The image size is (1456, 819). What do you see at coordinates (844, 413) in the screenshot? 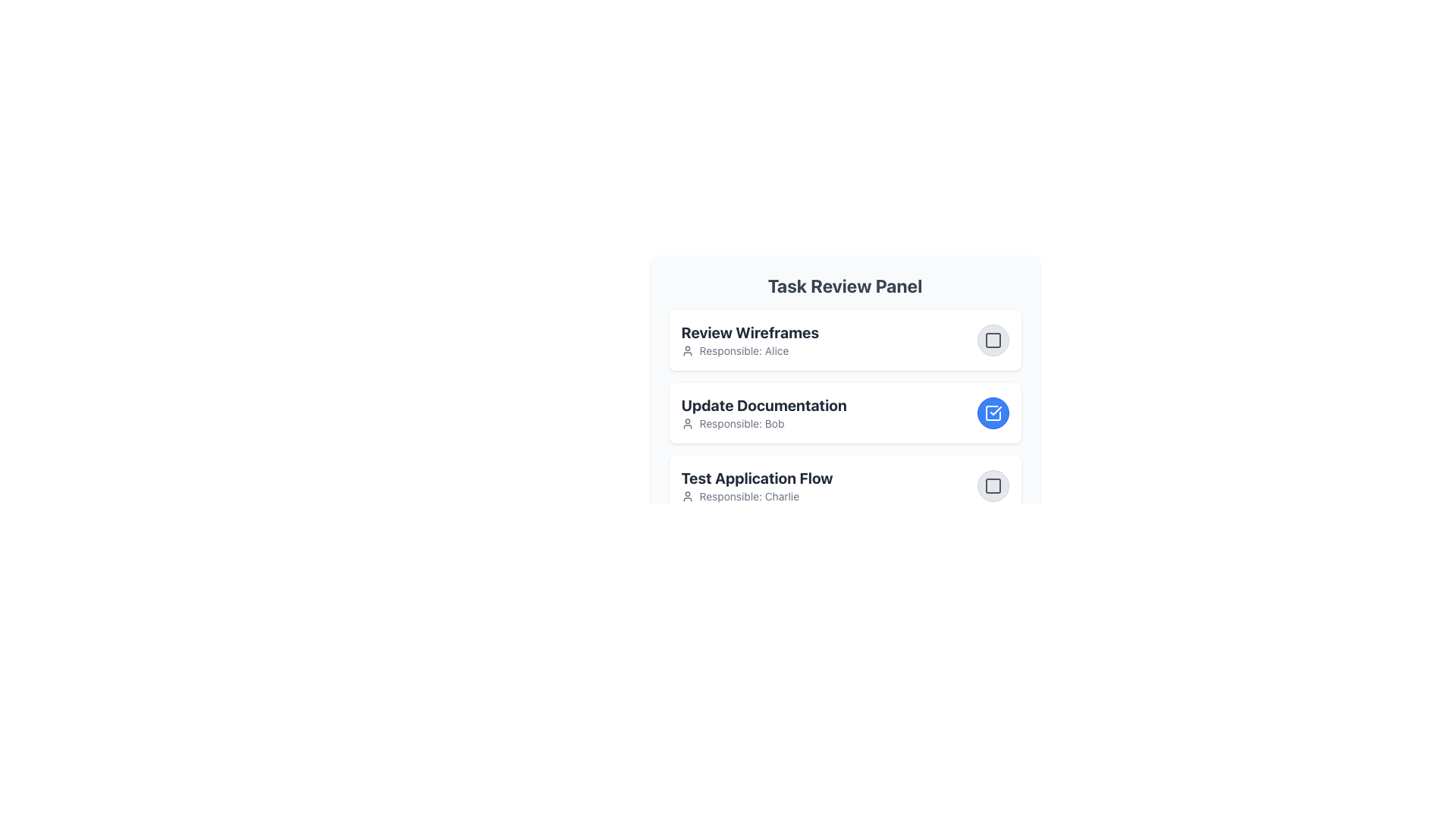
I see `the List item labeled 'Update Documentation', which includes the title in bold and the description 'Responsible: Bob' with a blue circular icon` at bounding box center [844, 413].